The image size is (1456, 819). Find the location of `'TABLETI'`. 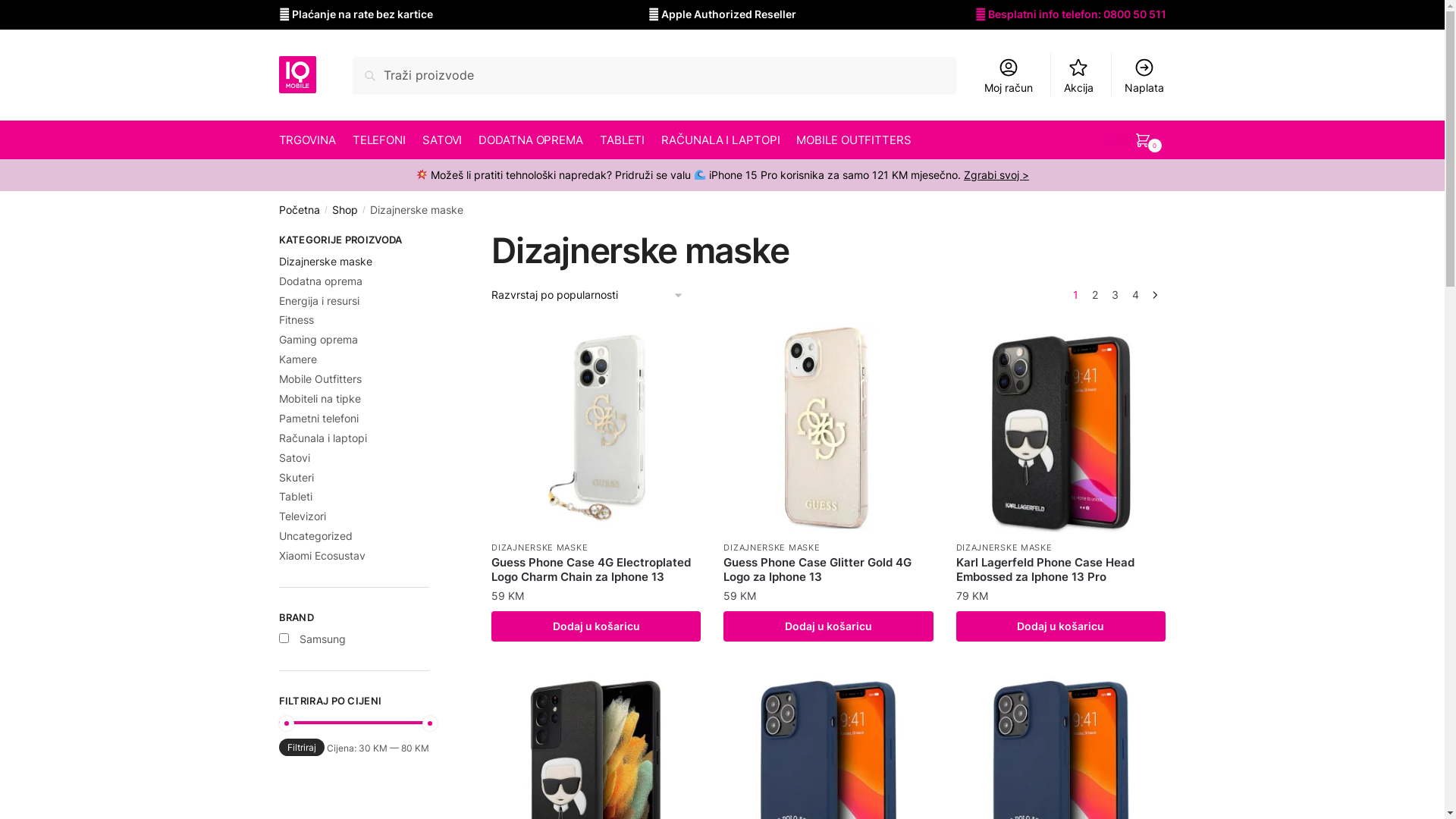

'TABLETI' is located at coordinates (622, 140).